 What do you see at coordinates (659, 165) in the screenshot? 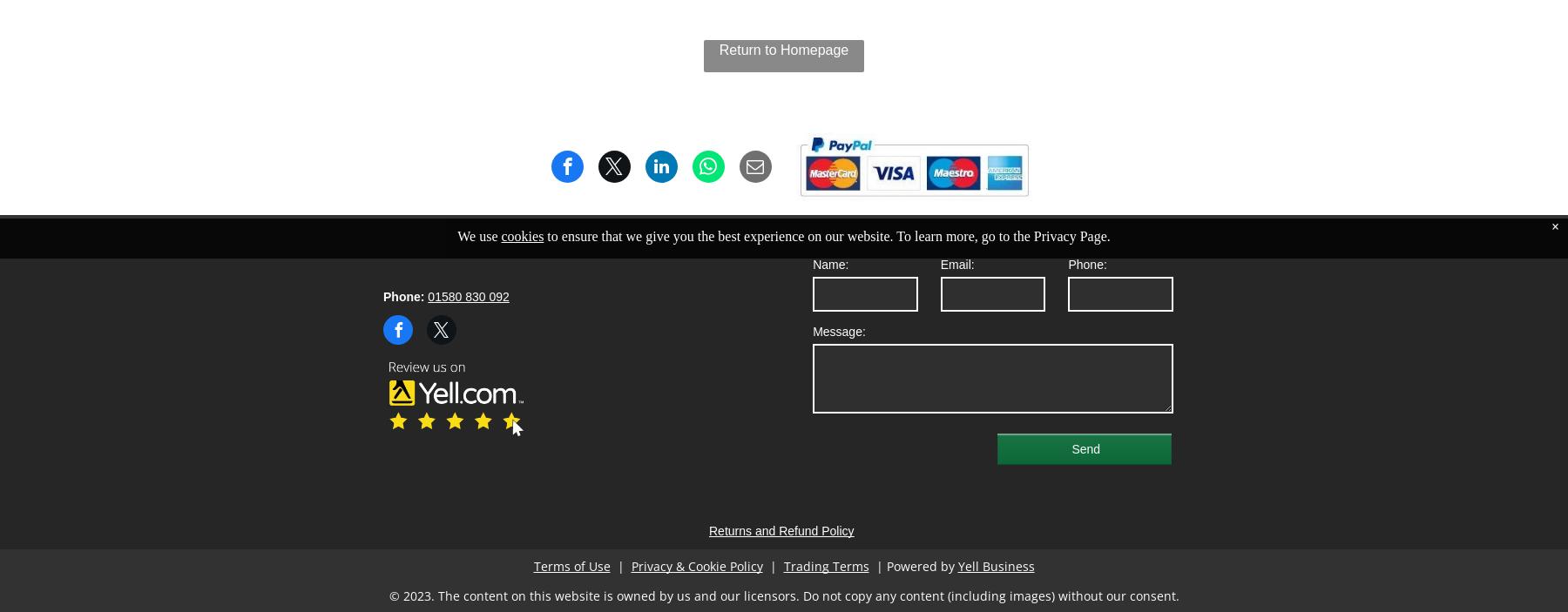
I see `'Other Products'` at bounding box center [659, 165].